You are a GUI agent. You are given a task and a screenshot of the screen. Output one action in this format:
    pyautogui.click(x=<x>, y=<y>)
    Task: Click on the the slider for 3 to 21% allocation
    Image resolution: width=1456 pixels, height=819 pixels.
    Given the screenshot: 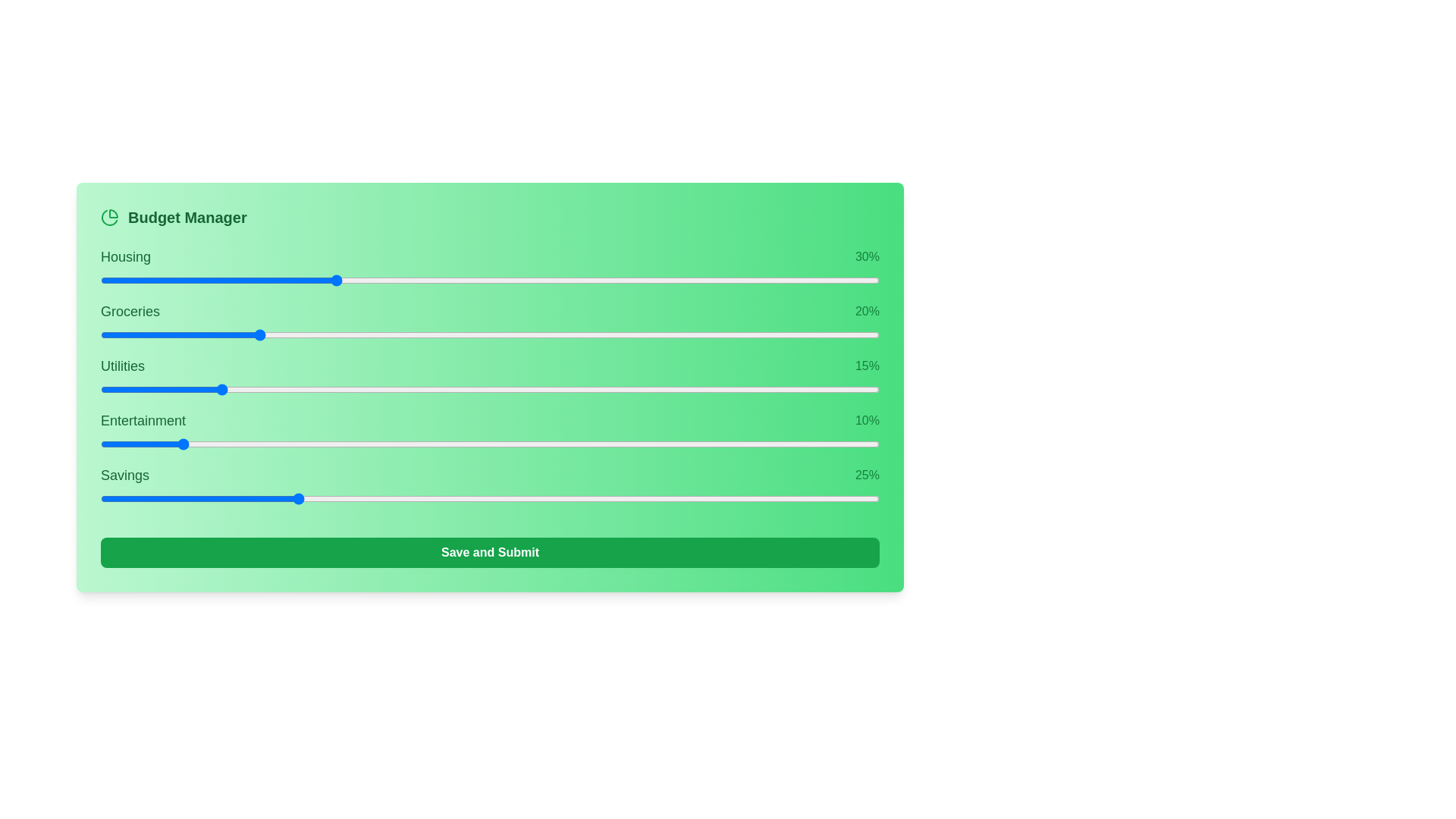 What is the action you would take?
    pyautogui.click(x=571, y=444)
    